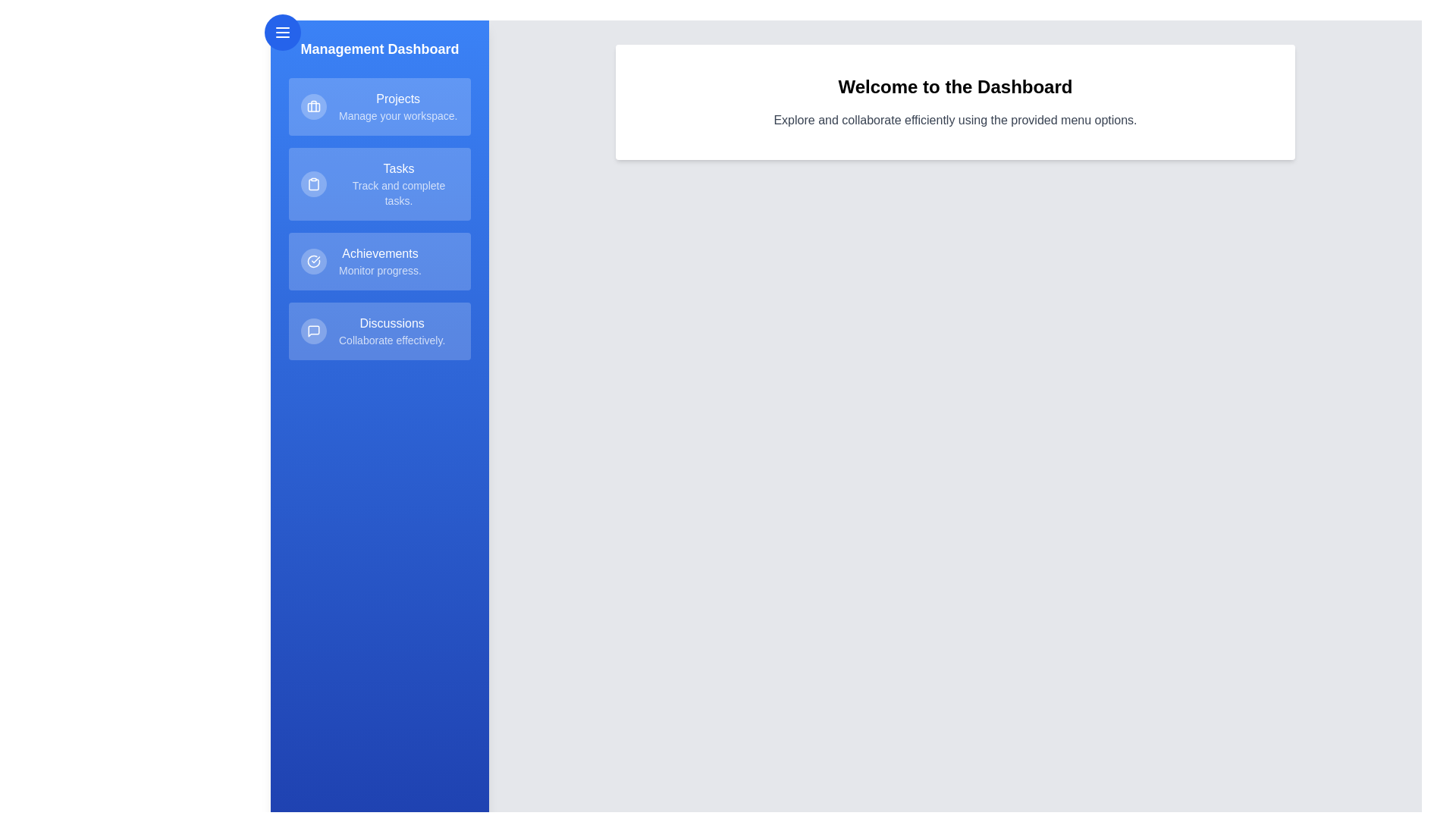  Describe the element at coordinates (379, 330) in the screenshot. I see `the menu item Discussions in the drawer` at that location.